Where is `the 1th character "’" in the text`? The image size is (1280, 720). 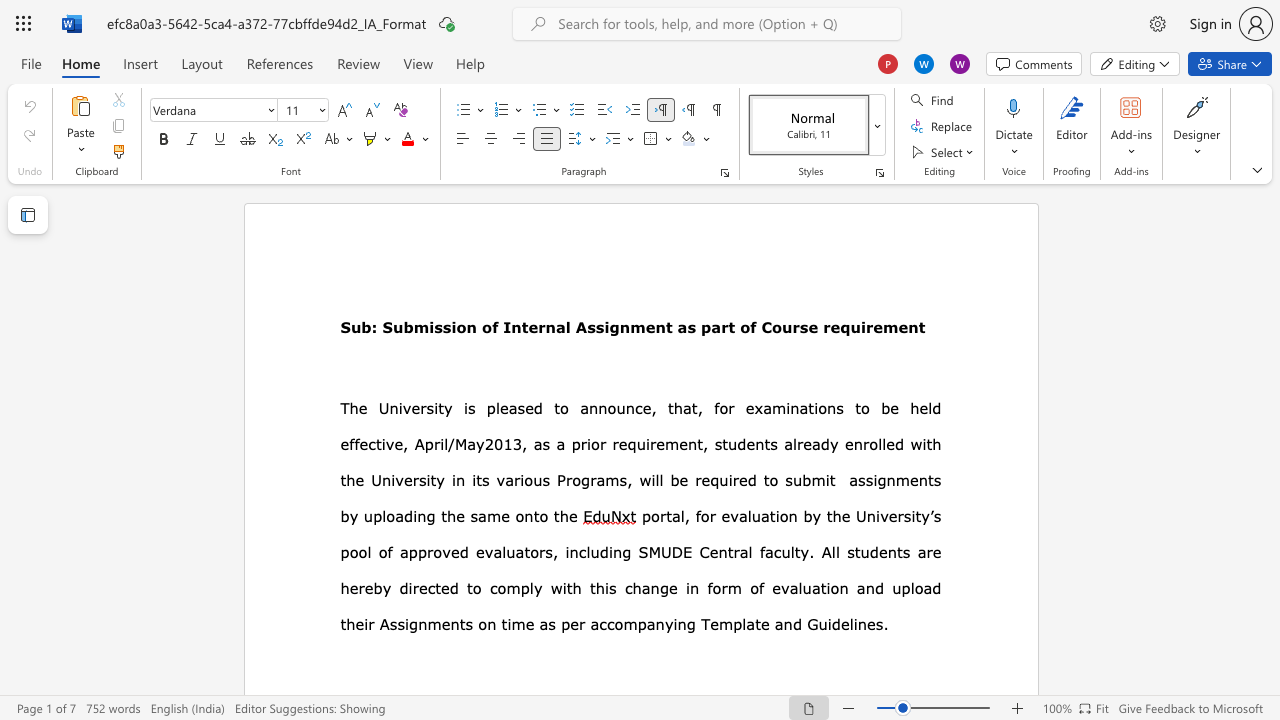
the 1th character "’" in the text is located at coordinates (930, 515).